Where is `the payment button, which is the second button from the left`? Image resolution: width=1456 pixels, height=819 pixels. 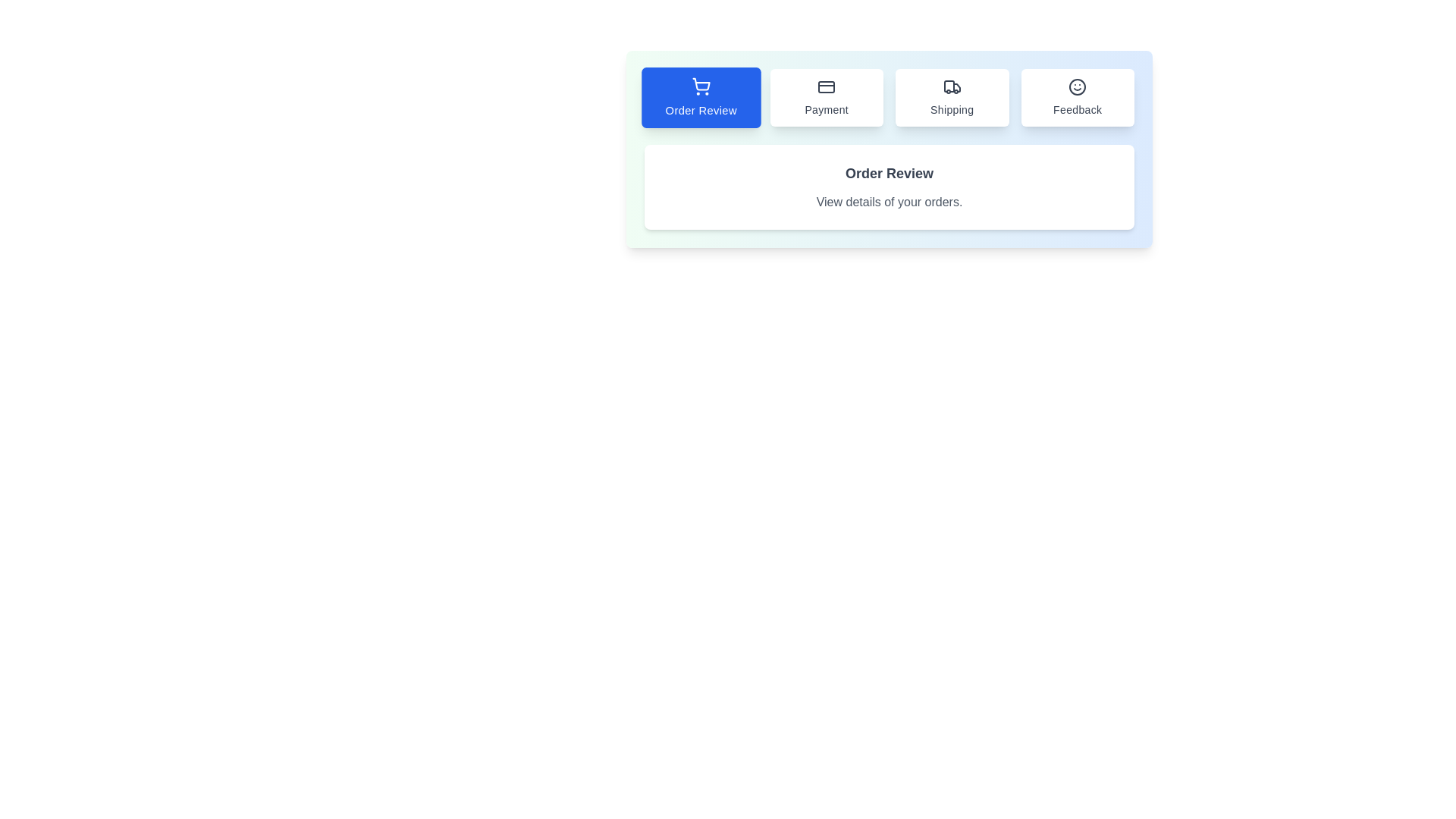
the payment button, which is the second button from the left is located at coordinates (826, 97).